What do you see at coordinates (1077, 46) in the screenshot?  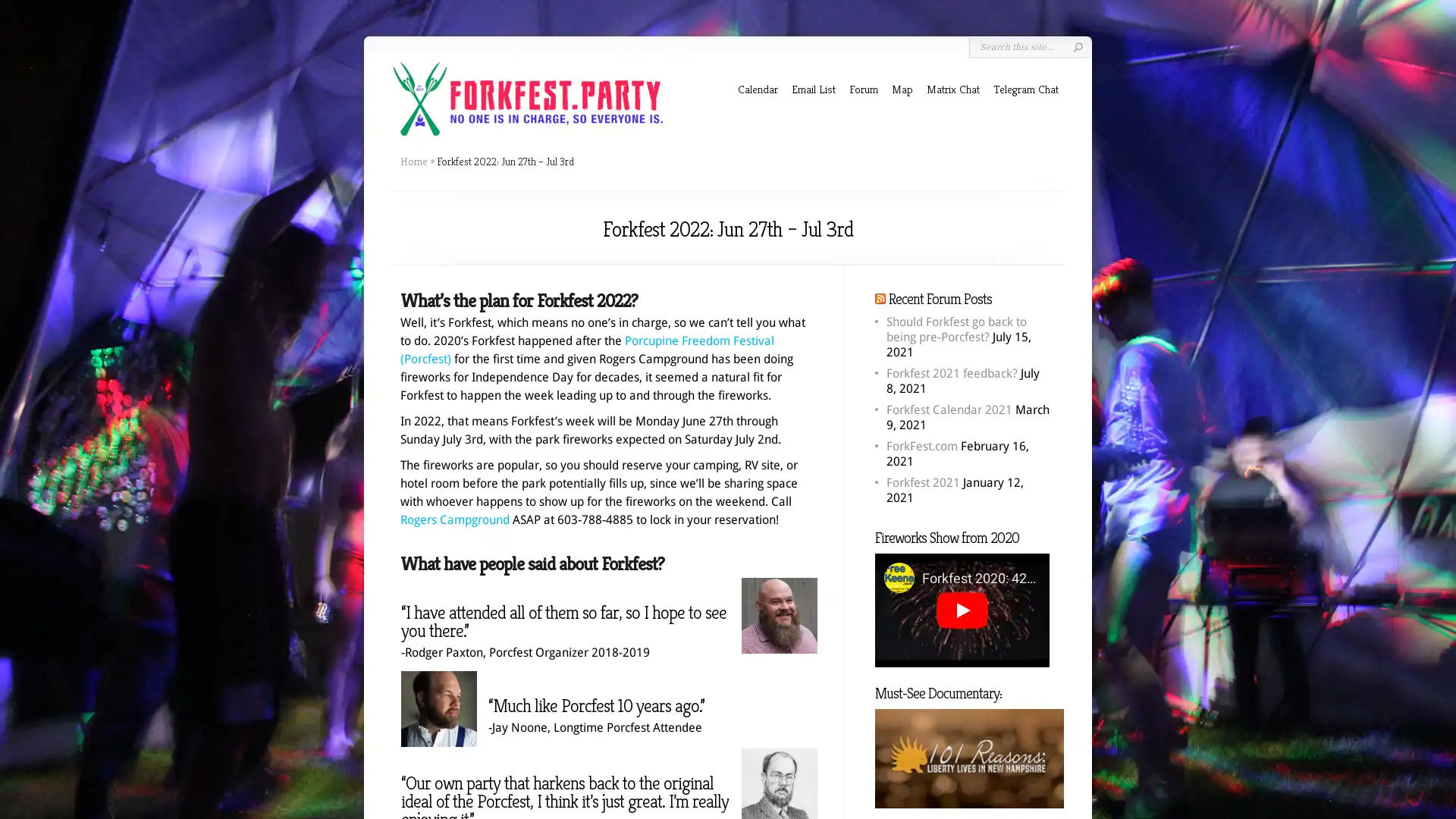 I see `Submit` at bounding box center [1077, 46].